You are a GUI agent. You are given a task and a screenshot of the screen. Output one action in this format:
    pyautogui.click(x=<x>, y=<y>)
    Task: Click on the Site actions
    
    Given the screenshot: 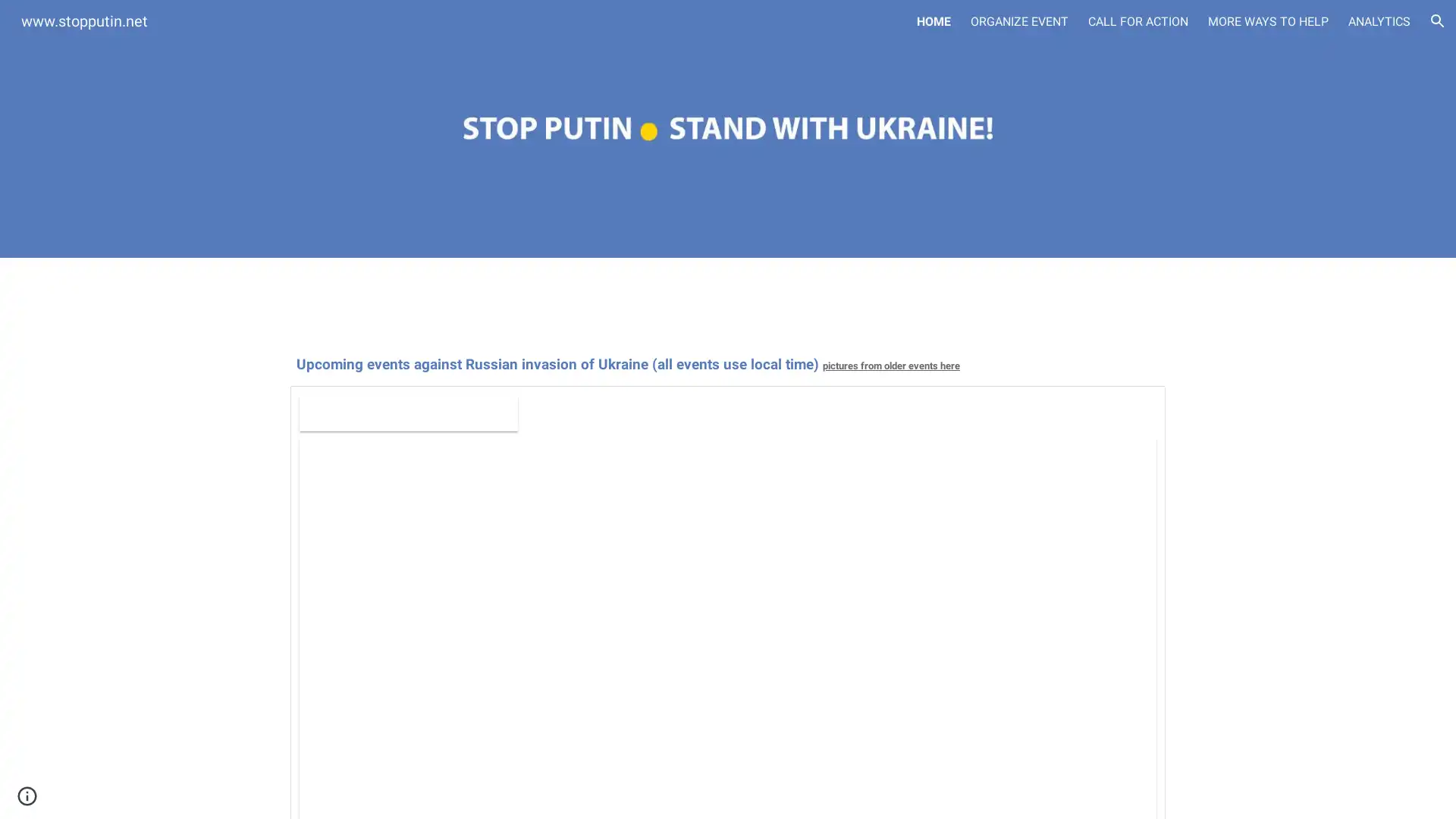 What is the action you would take?
    pyautogui.click(x=27, y=792)
    